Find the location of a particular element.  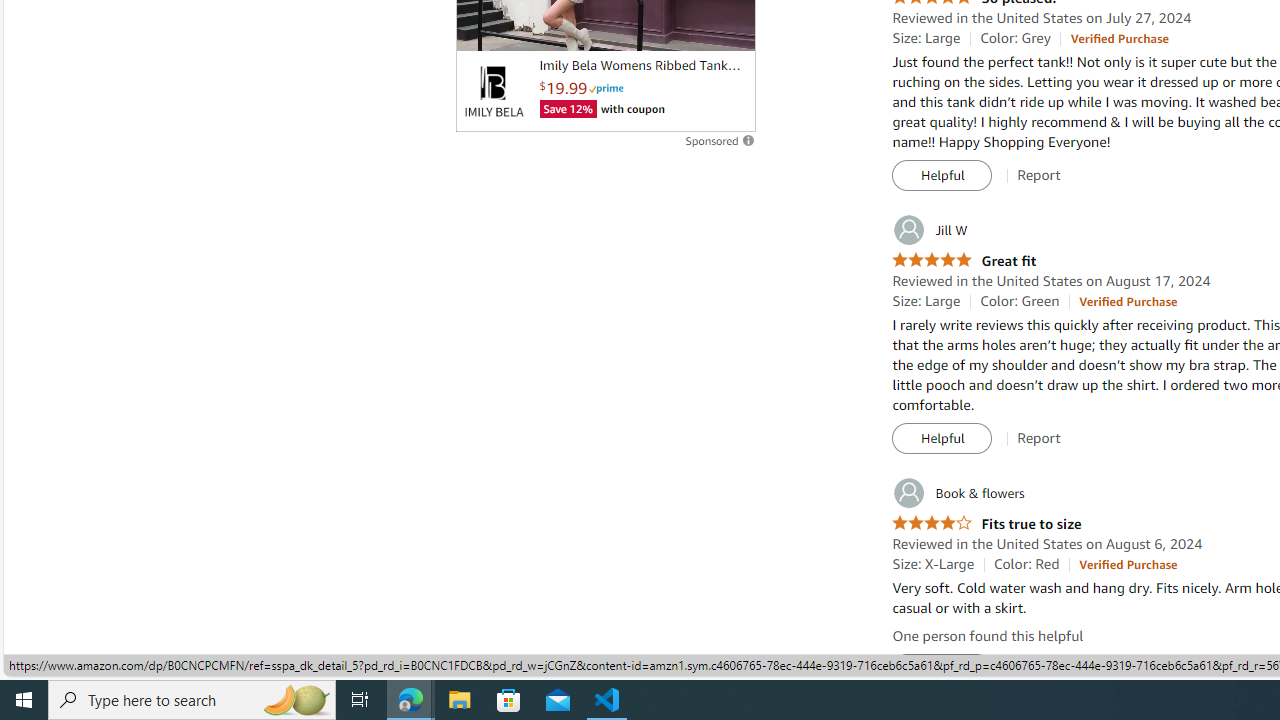

'Prime' is located at coordinates (605, 87).